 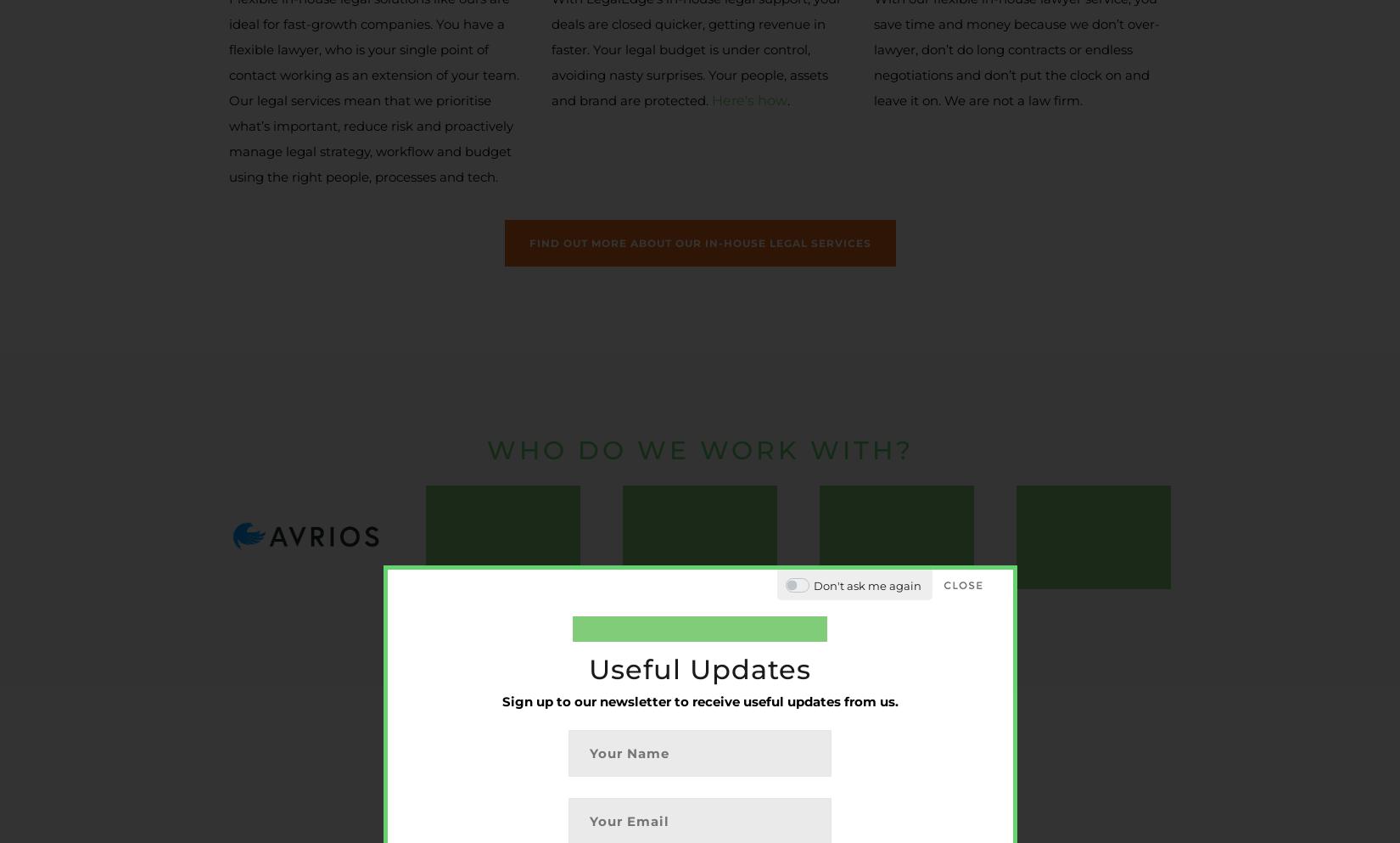 What do you see at coordinates (563, 638) in the screenshot?
I see `'Blog'` at bounding box center [563, 638].